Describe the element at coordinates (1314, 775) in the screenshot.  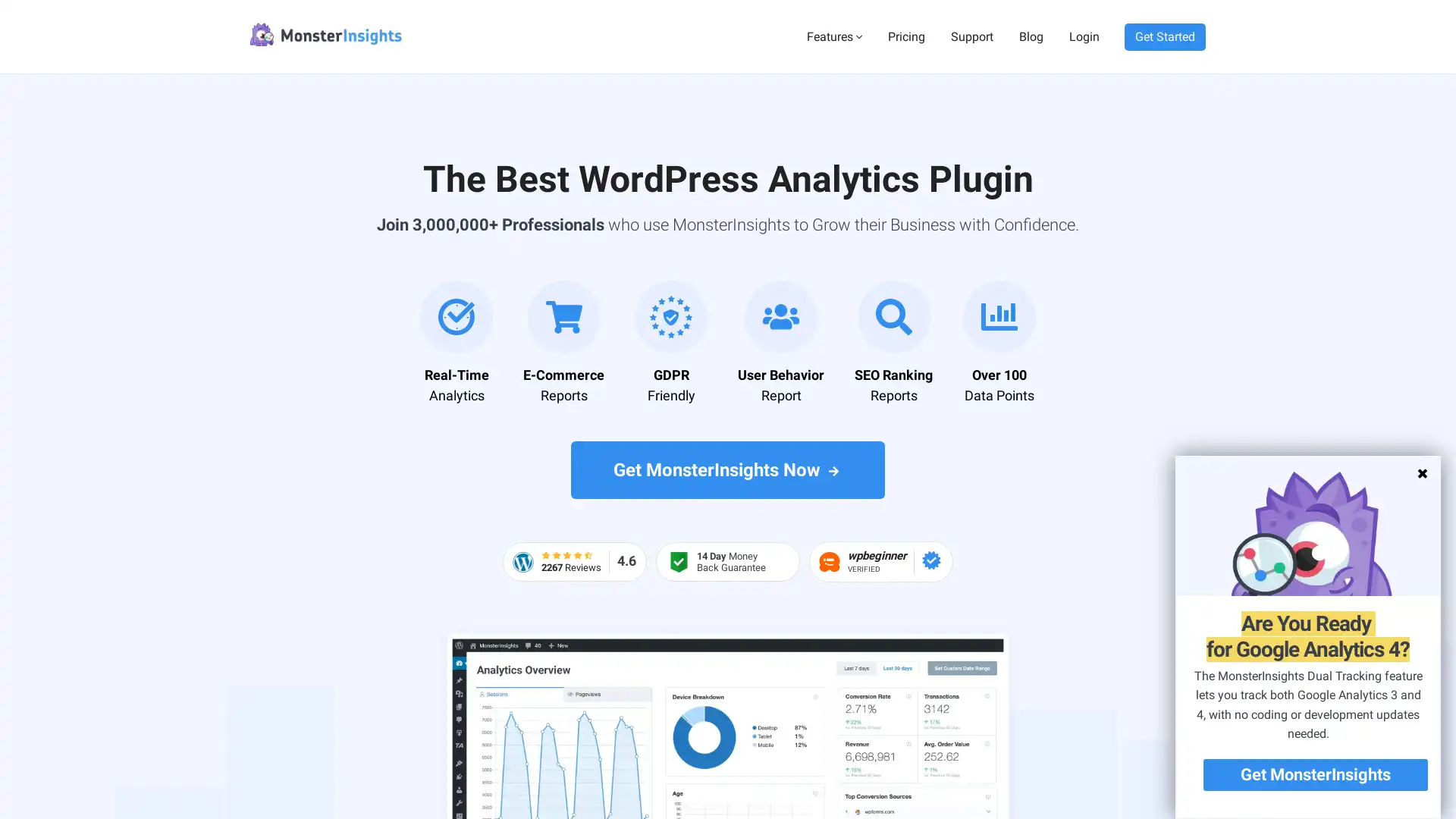
I see `Get MonsterInsights` at that location.